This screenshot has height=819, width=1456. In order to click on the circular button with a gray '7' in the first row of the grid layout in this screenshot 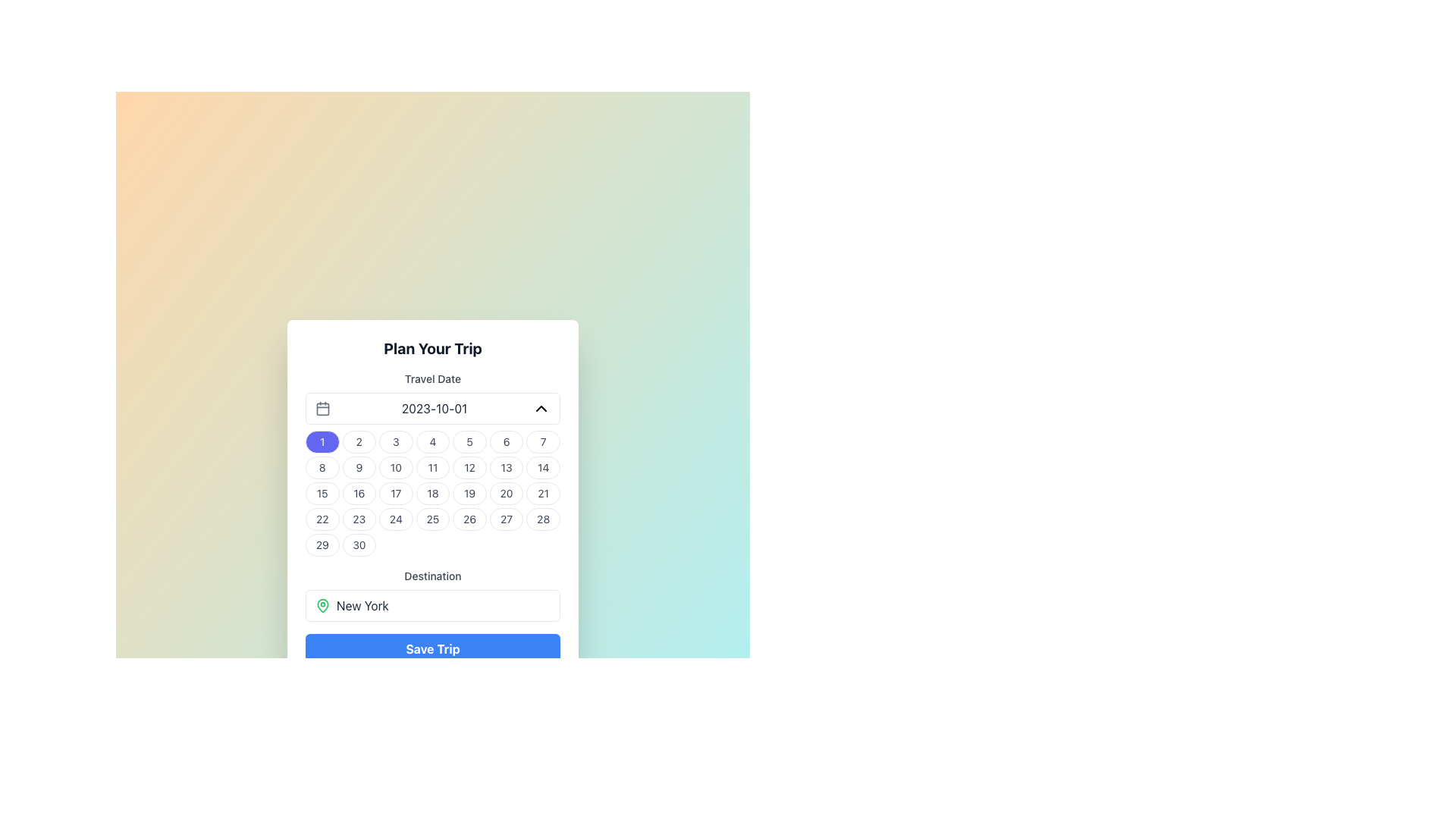, I will do `click(543, 441)`.